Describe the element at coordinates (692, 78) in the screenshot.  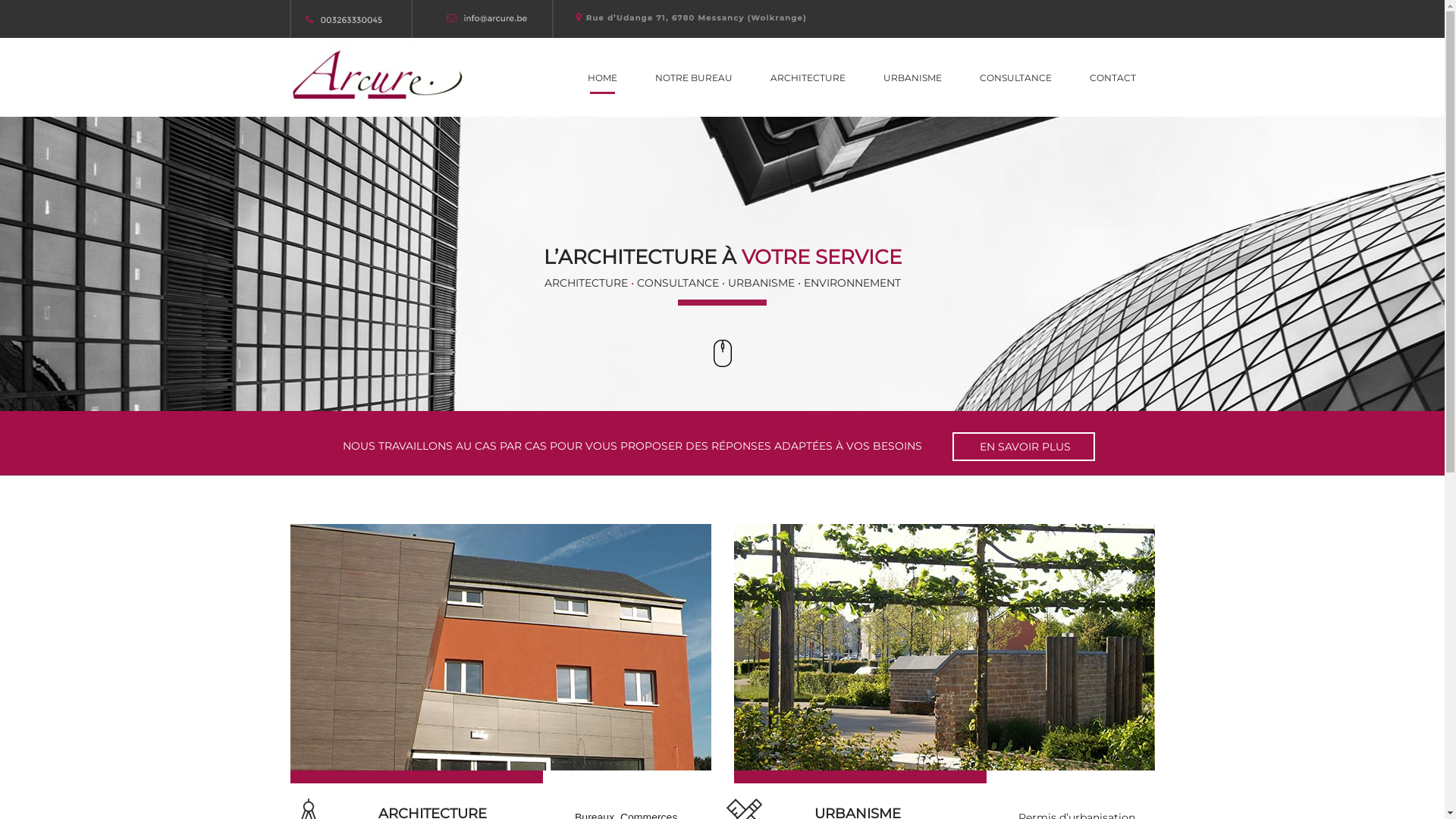
I see `'NOTRE BUREAU'` at that location.